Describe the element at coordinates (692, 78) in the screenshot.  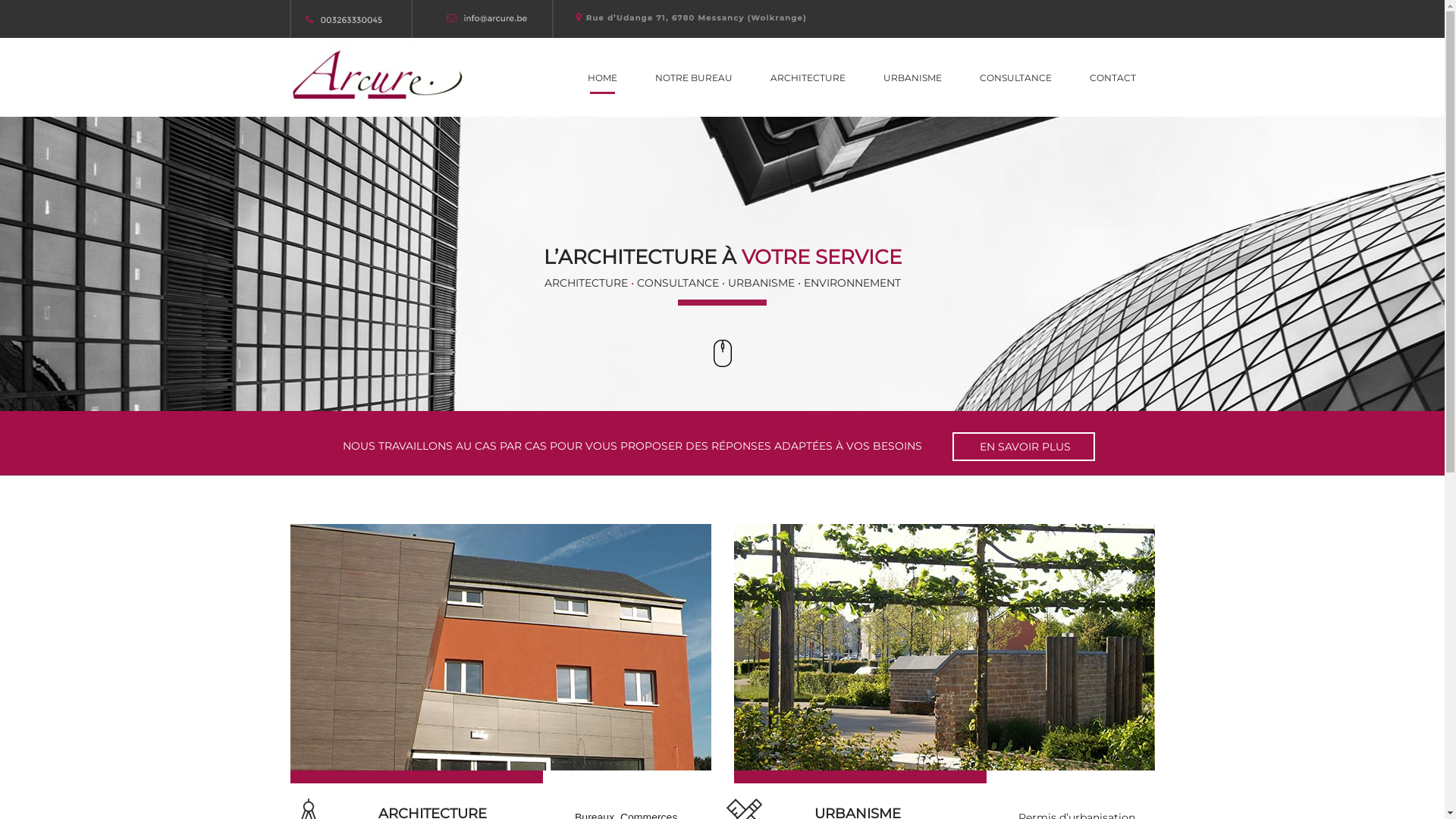
I see `'NOTRE BUREAU'` at that location.